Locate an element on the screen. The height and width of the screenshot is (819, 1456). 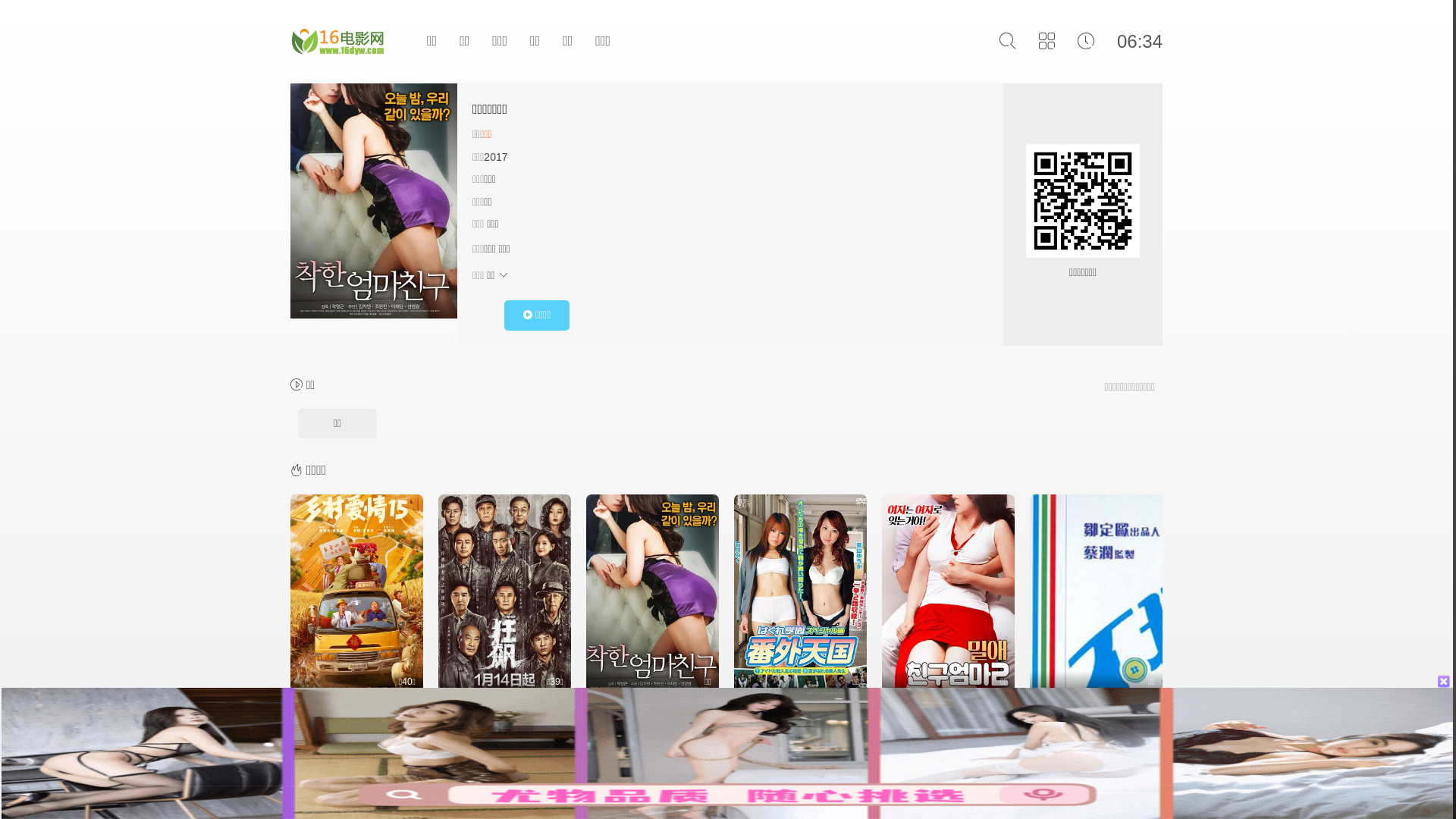
'2017' is located at coordinates (495, 157).